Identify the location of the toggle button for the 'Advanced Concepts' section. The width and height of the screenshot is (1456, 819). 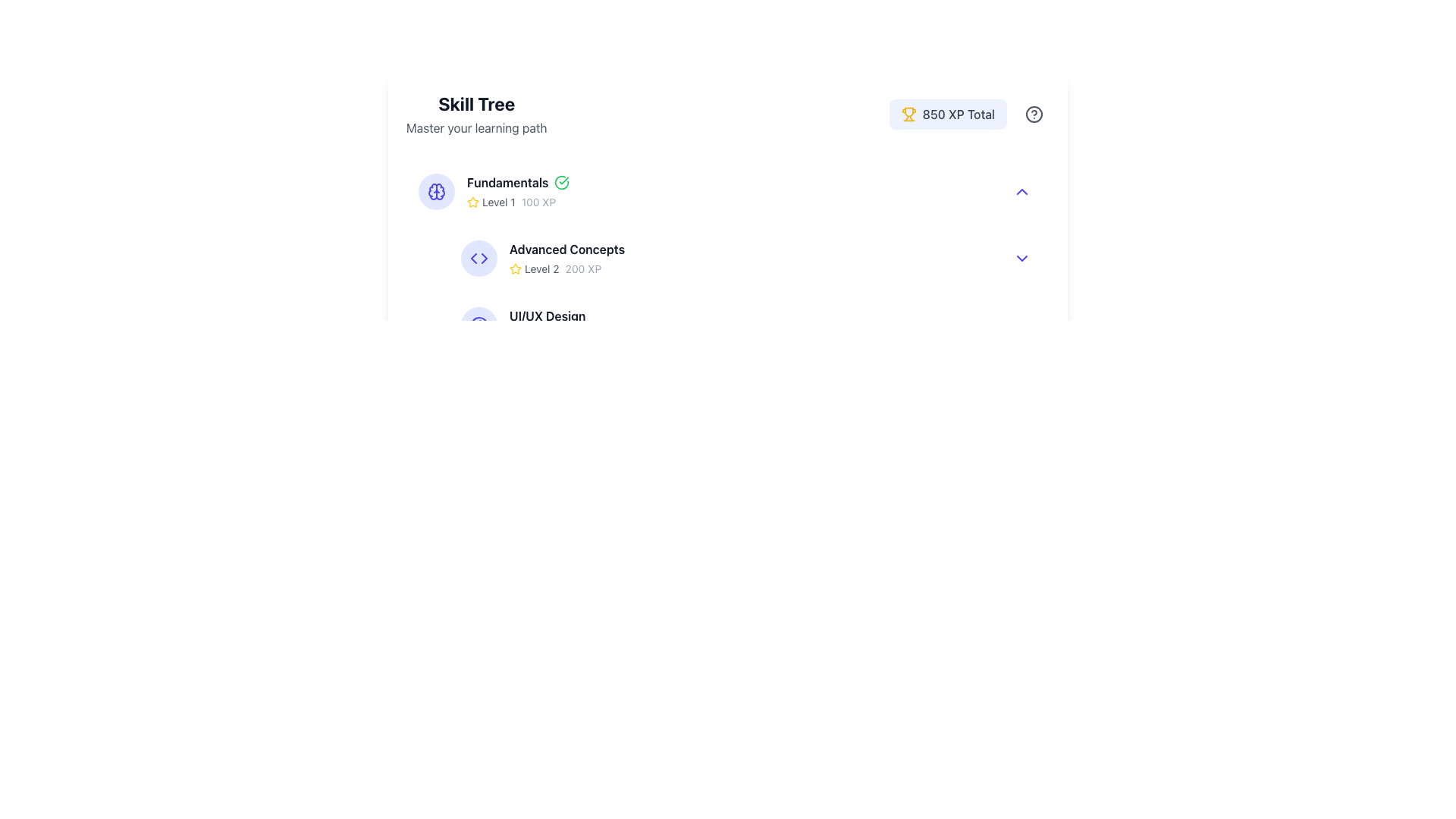
(1022, 257).